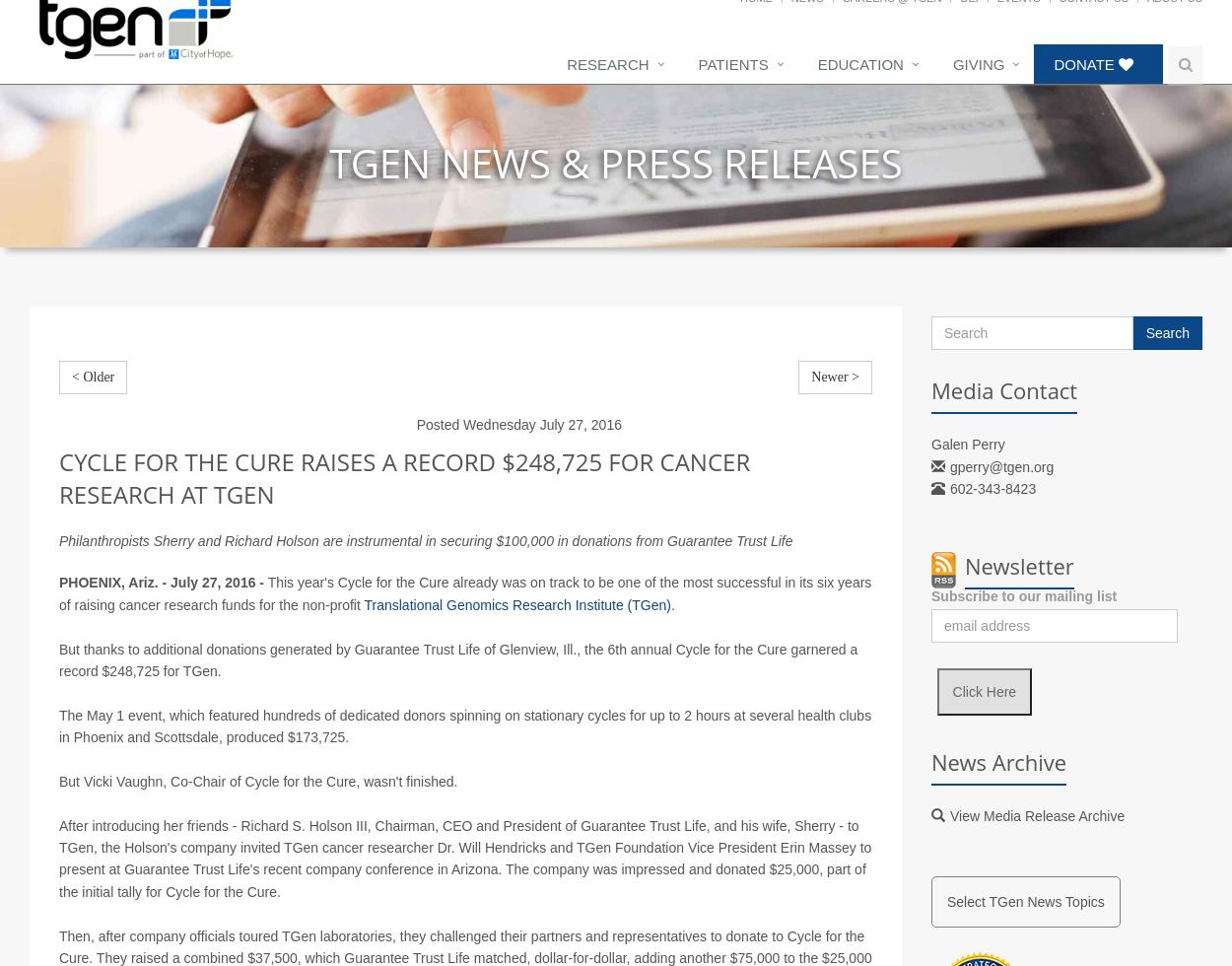 Image resolution: width=1232 pixels, height=966 pixels. Describe the element at coordinates (464, 616) in the screenshot. I see `'This year's Cycle for the Cure already was on track to be one of the most successful in its six years of raising cancer research funds for the non-profit'` at that location.